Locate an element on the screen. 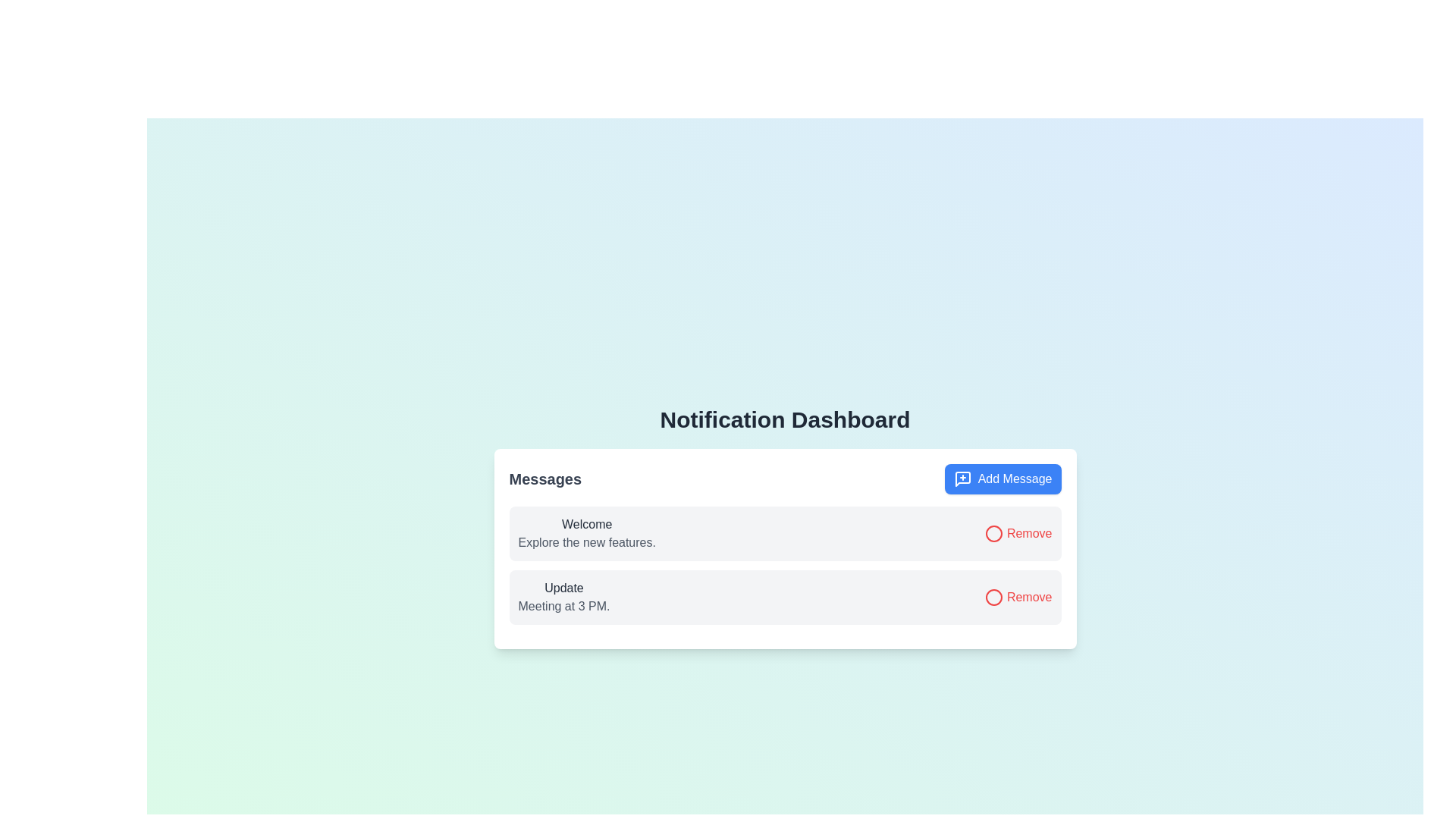 The image size is (1456, 819). the decorative icon within the 'Add Message' button at the top-right corner of the 'Messages' section is located at coordinates (962, 479).